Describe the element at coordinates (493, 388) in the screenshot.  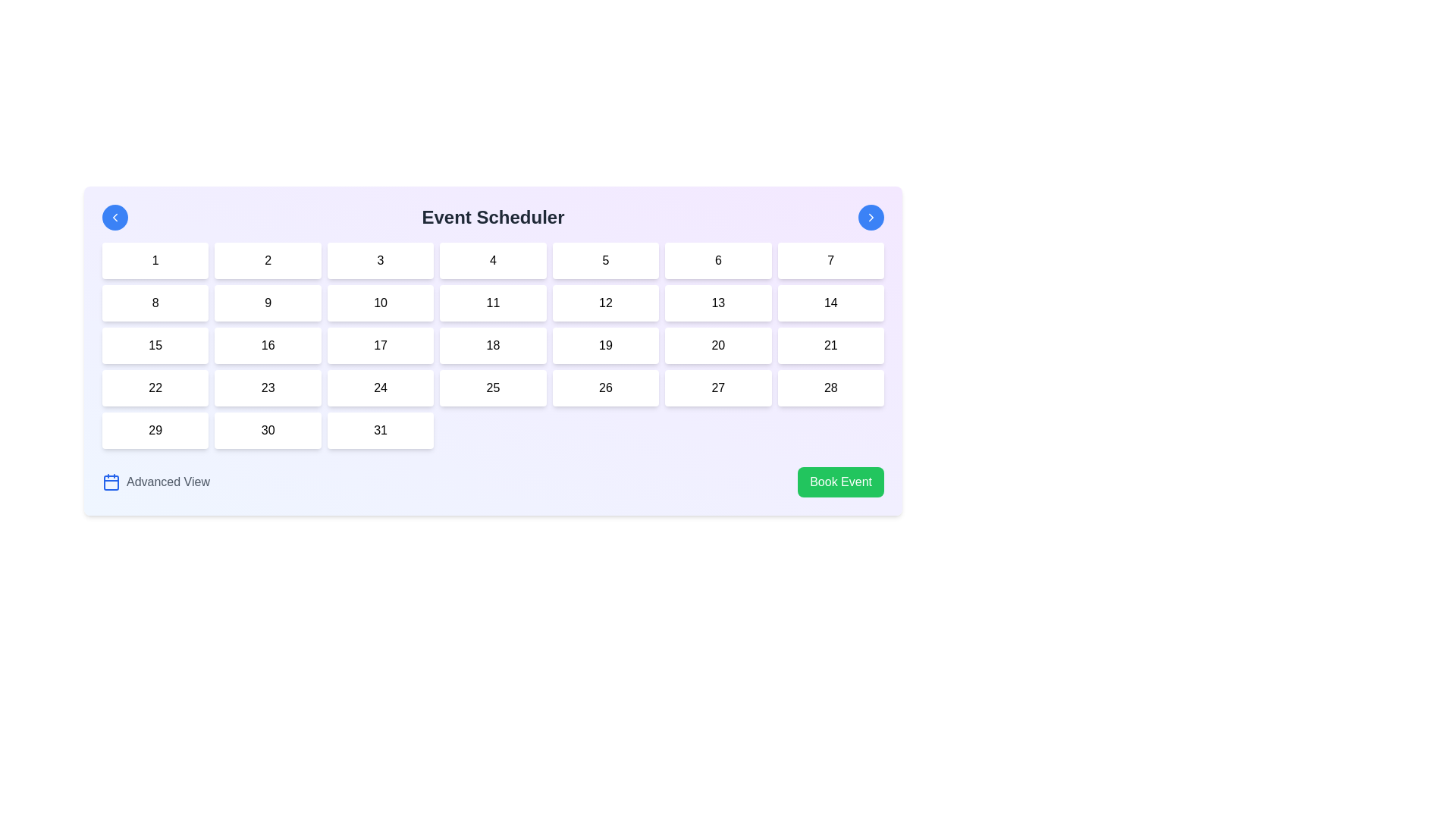
I see `the selectable day button on the calendar interface located in the fourth row and fourth column` at that location.